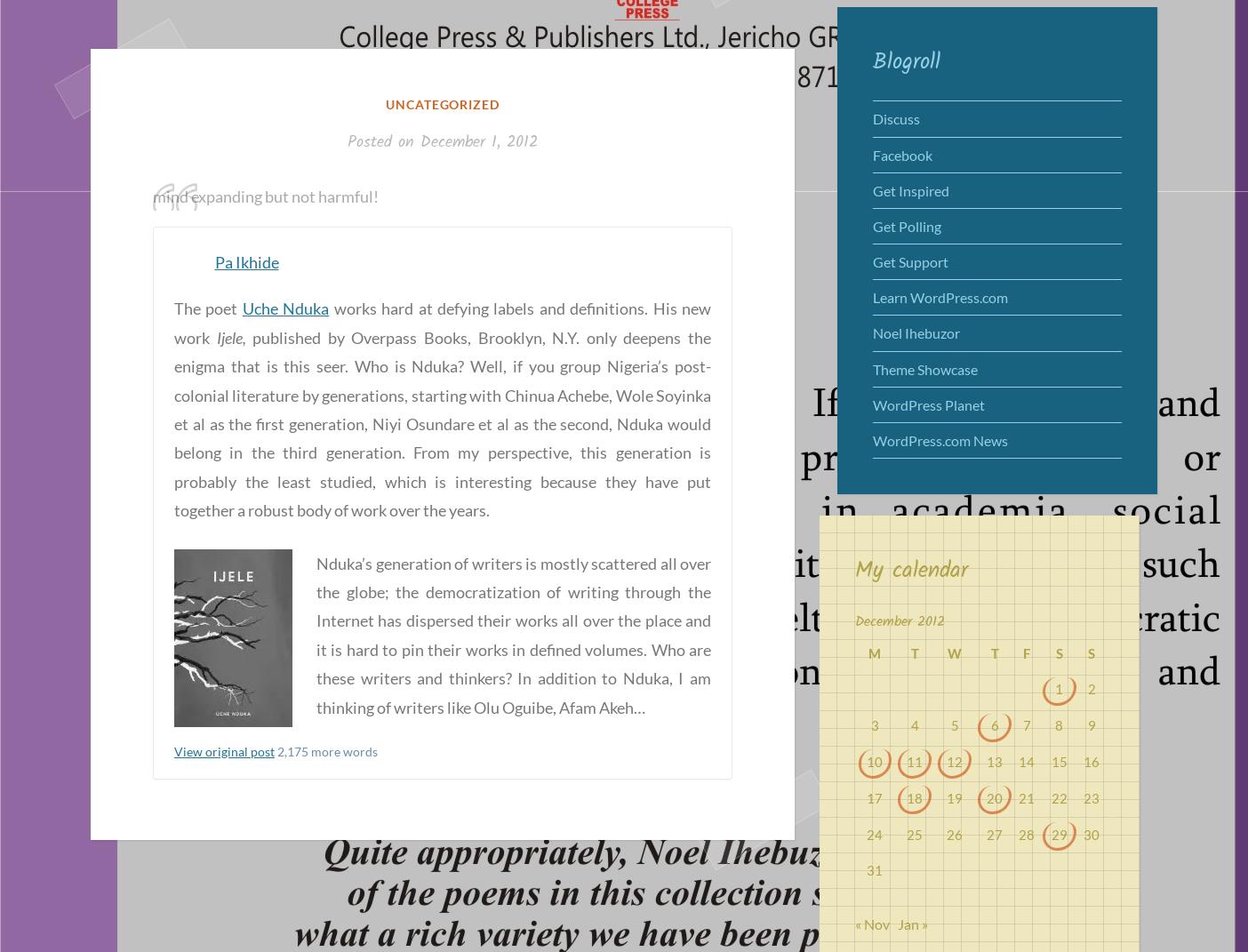  I want to click on 'Get Support', so click(910, 261).